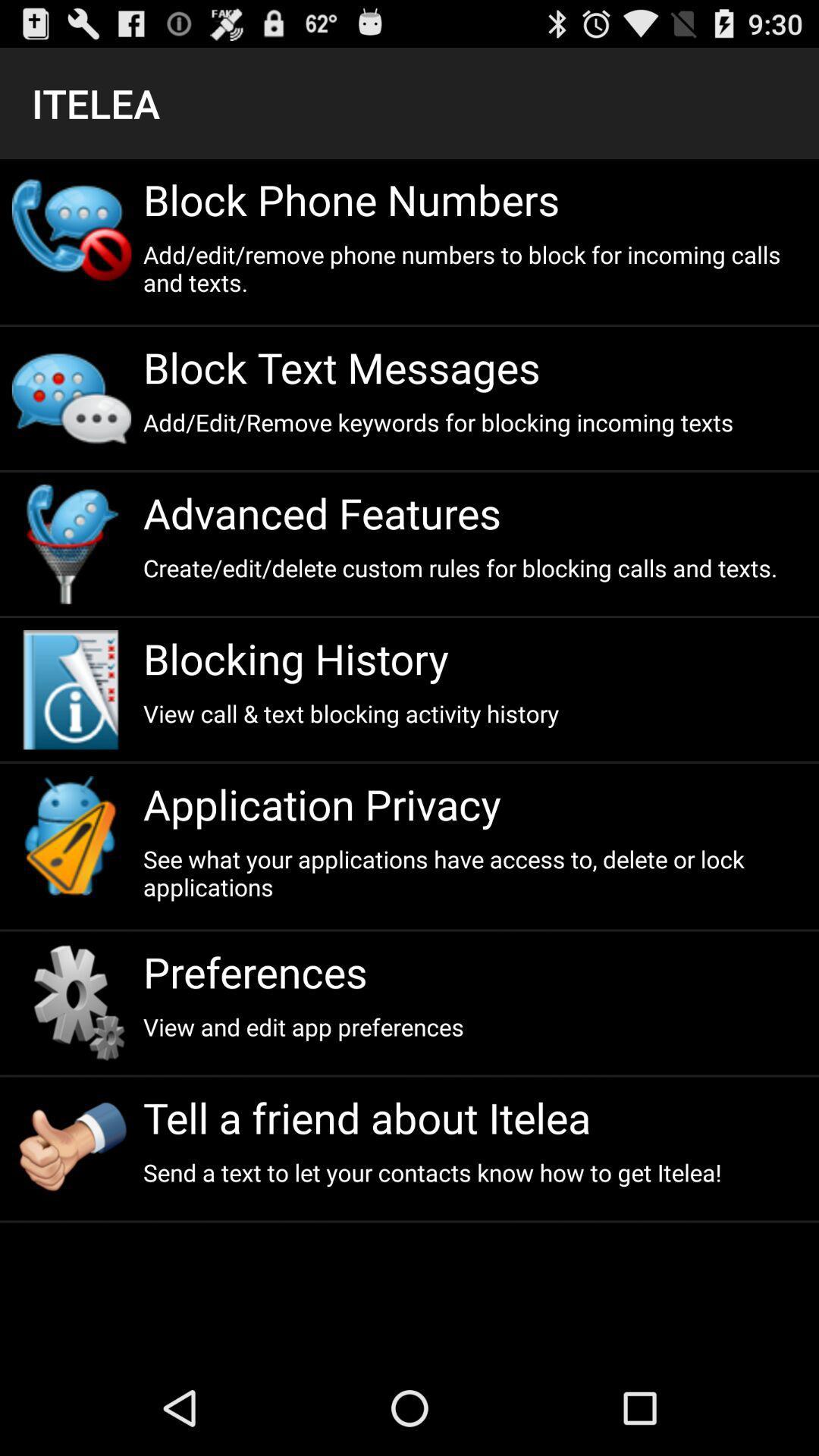  Describe the element at coordinates (474, 712) in the screenshot. I see `app below blocking history app` at that location.